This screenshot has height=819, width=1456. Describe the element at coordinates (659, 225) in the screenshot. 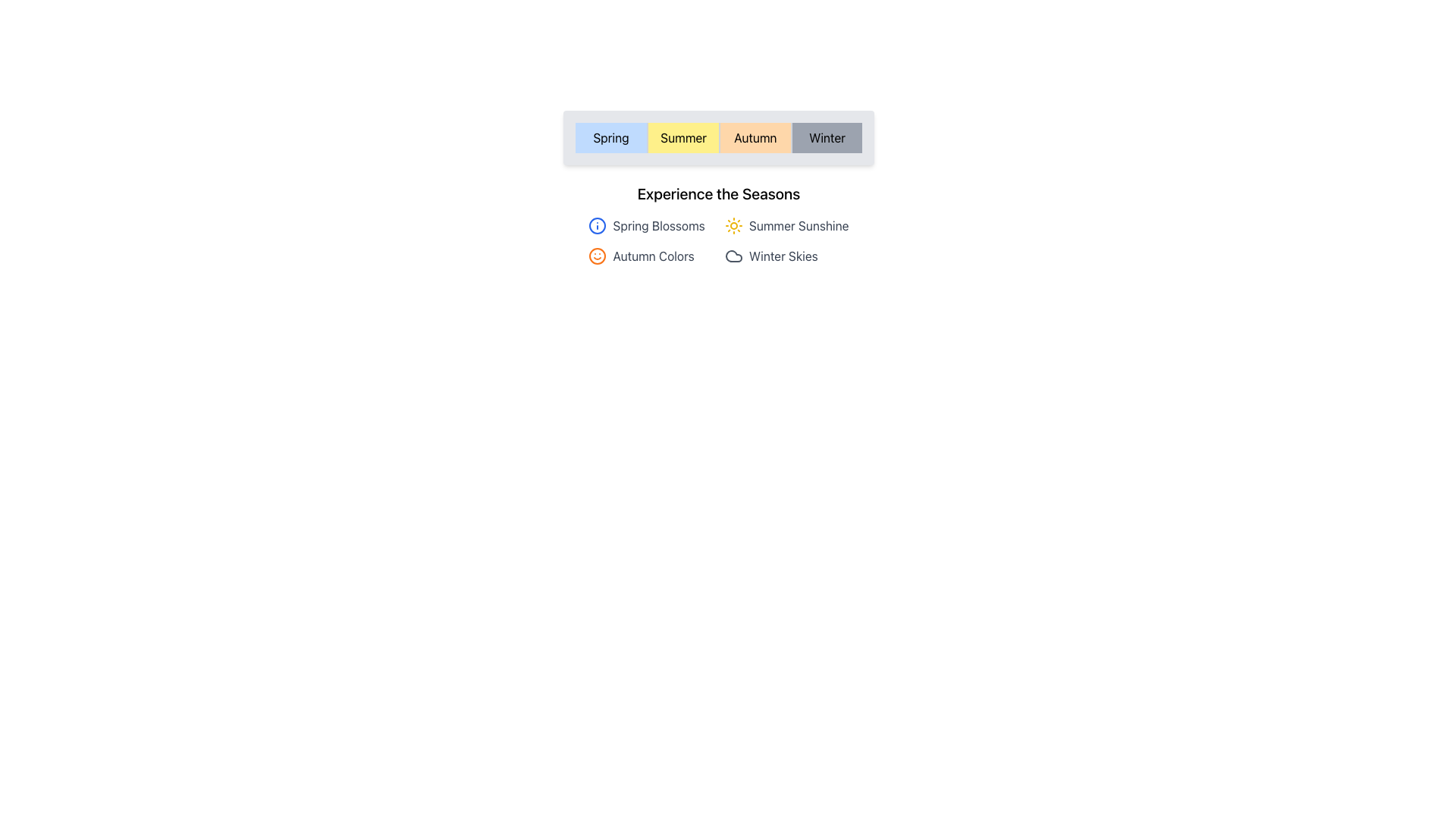

I see `the text label displaying 'Spring Blossoms' in gray color, which is part of the seasonal themes section and located in the top-left quadrant of the content area` at that location.